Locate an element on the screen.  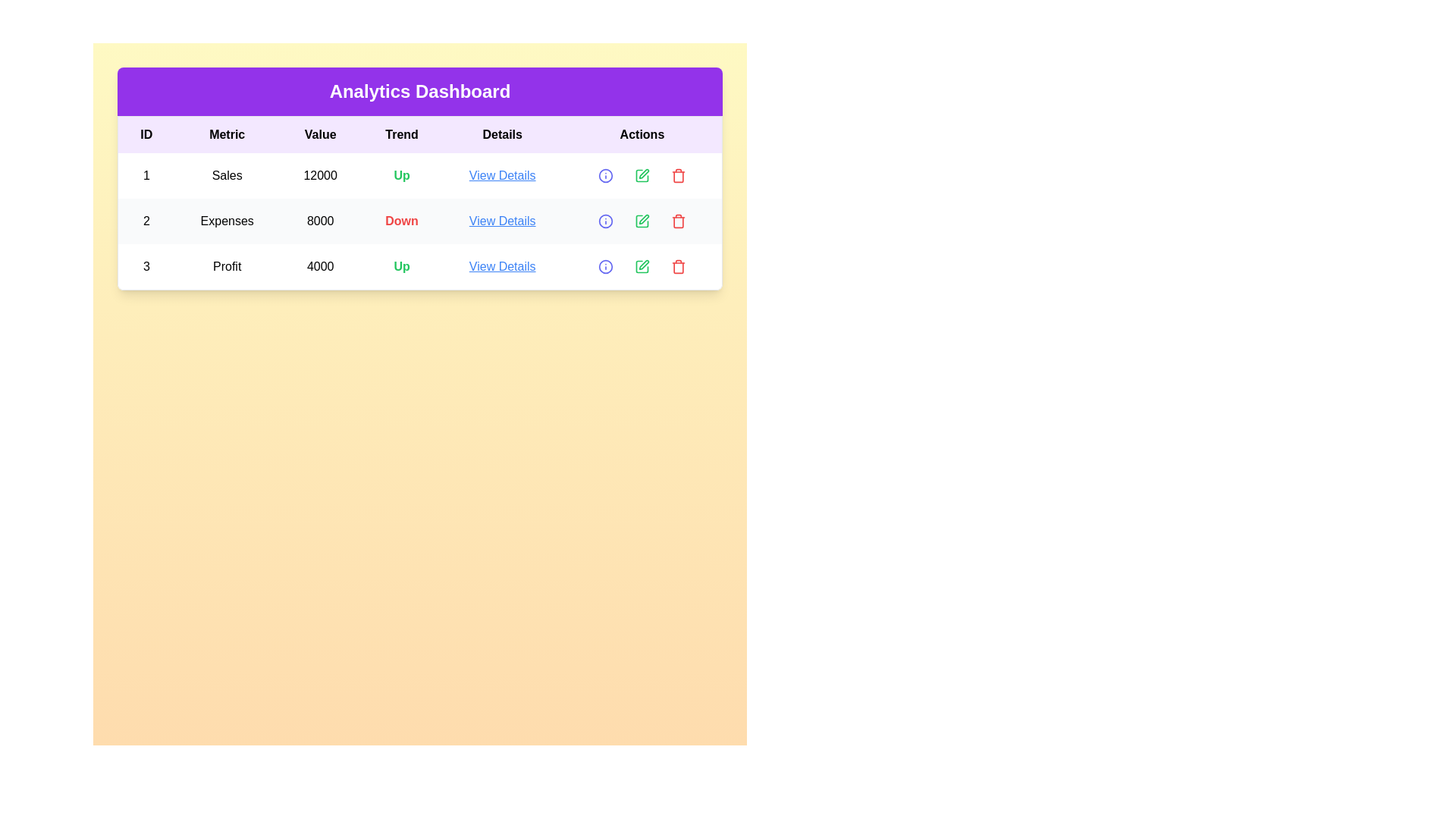
the static text element displaying '12000' in the 'Value' column of the 'Analytics Dashboard' table, which is associated with the metric 'Sales' is located at coordinates (319, 174).